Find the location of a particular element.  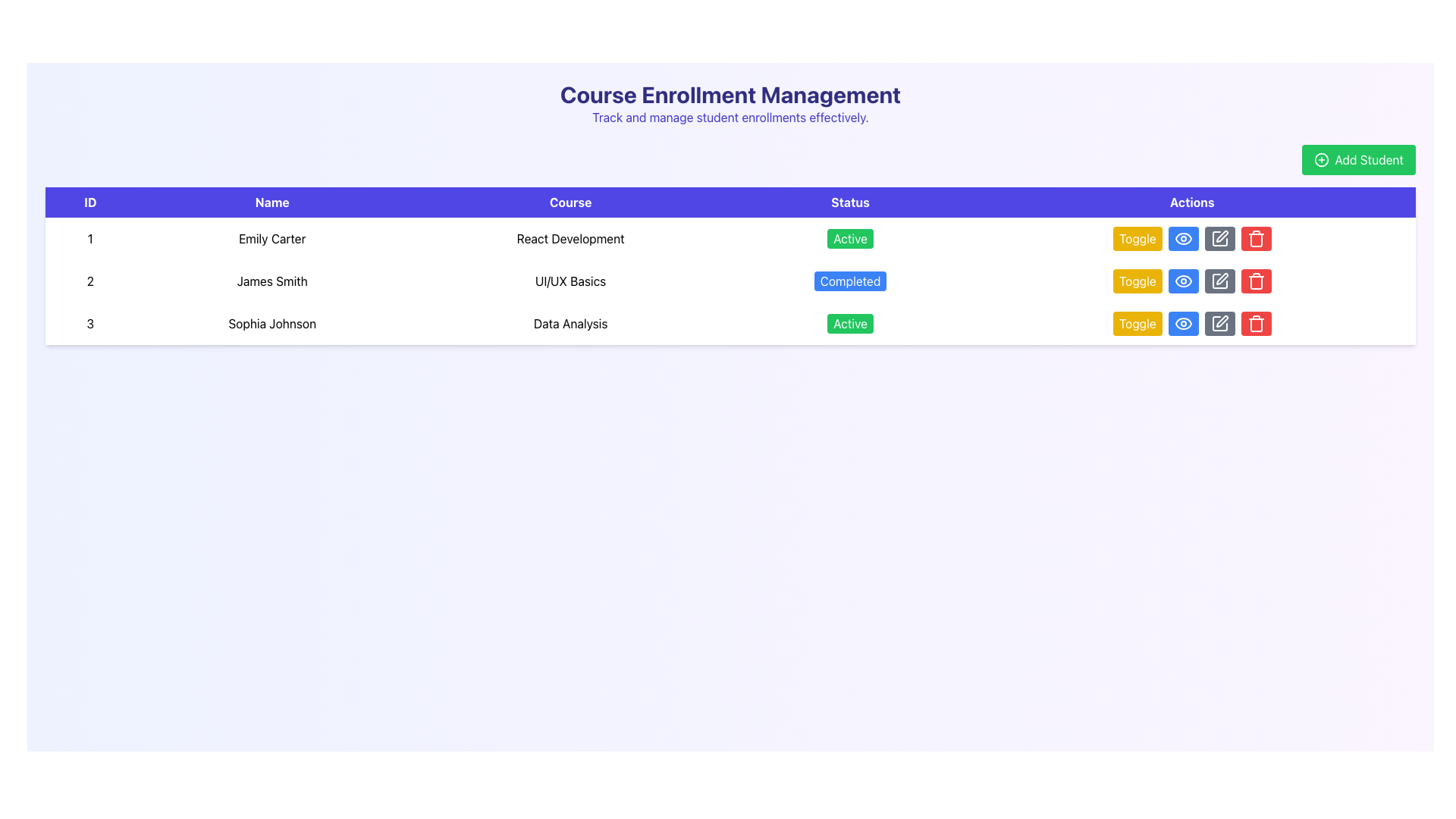

the green 'Add Student' button with rounded corners that has a circle-plus icon and white text to trigger hover effects is located at coordinates (1358, 160).